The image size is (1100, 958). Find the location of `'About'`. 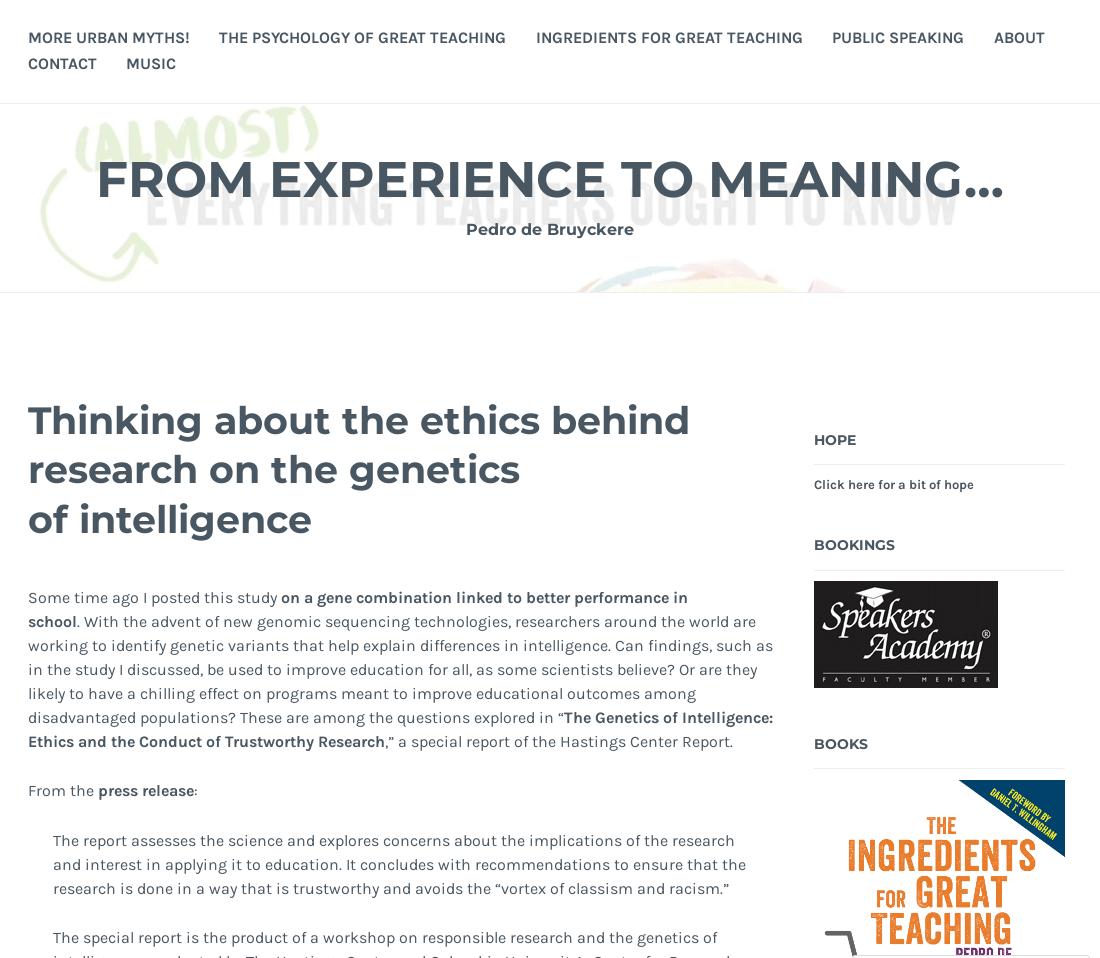

'About' is located at coordinates (1017, 35).